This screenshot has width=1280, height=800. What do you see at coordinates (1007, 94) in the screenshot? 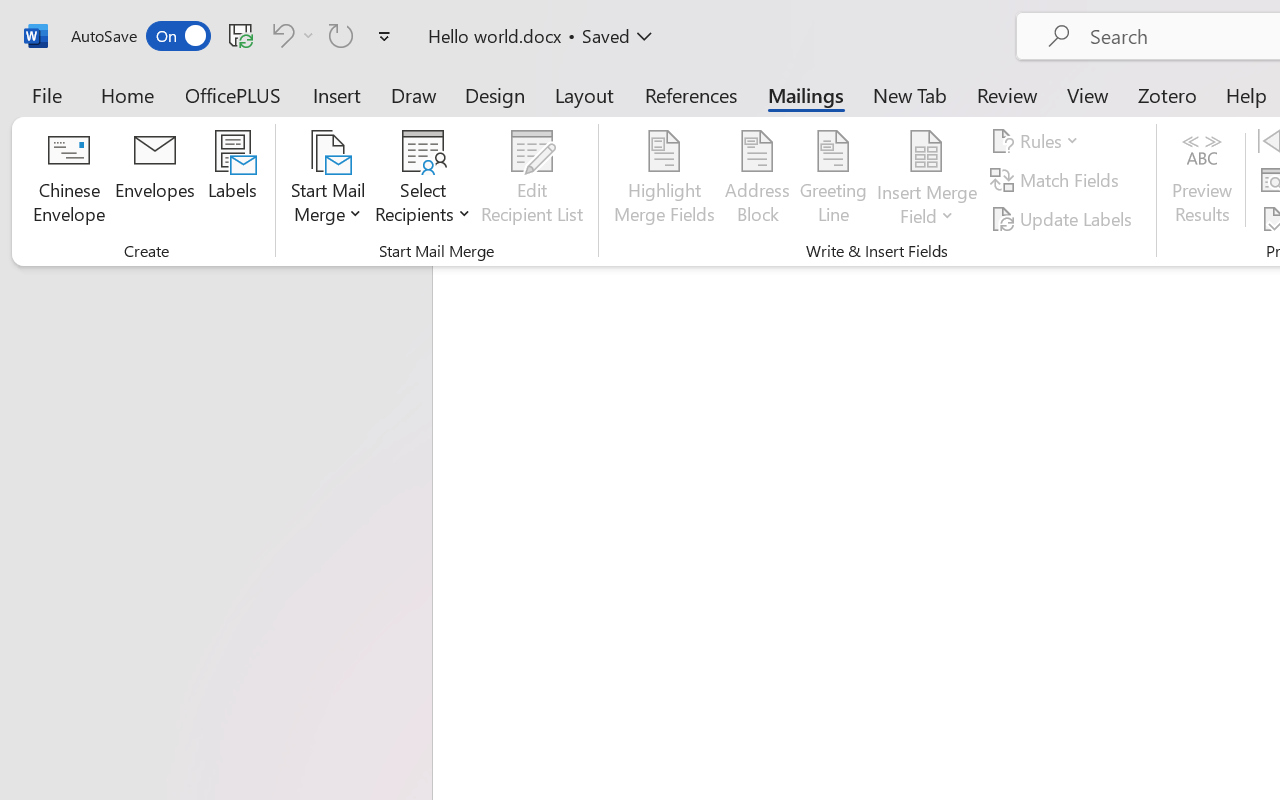
I see `'Review'` at bounding box center [1007, 94].